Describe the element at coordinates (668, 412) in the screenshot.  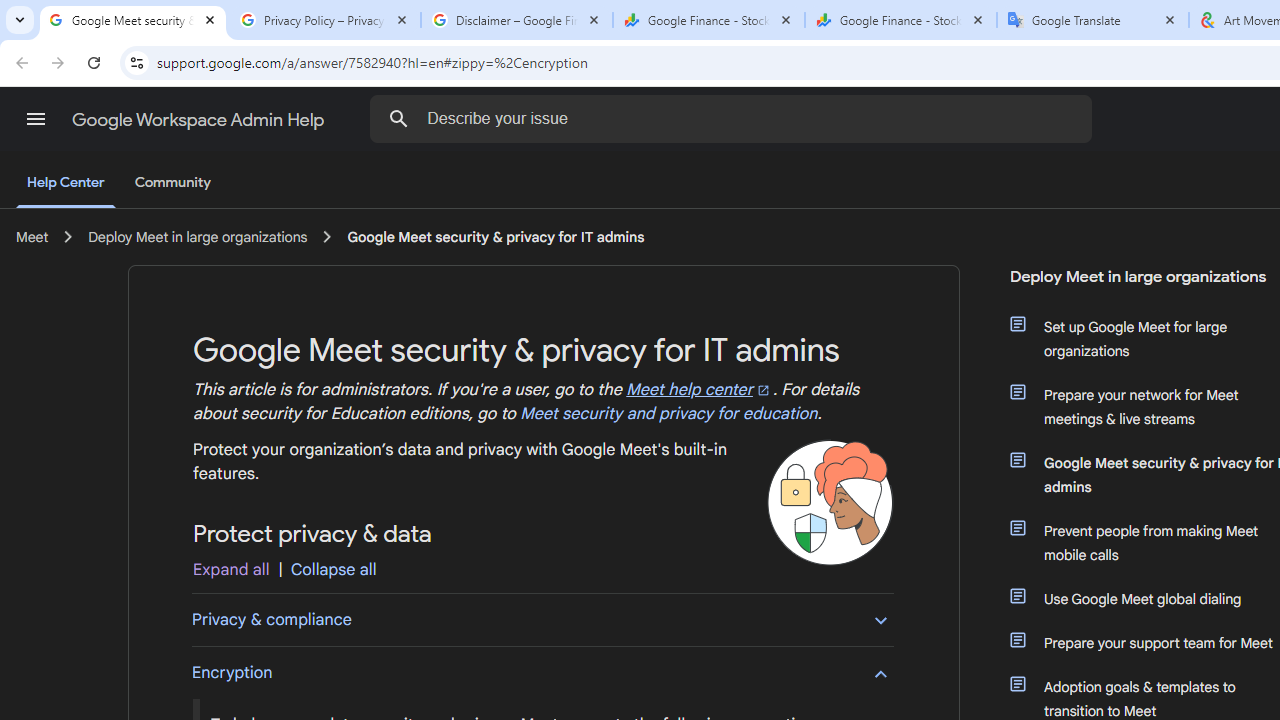
I see `'Meet security and privacy for education'` at that location.